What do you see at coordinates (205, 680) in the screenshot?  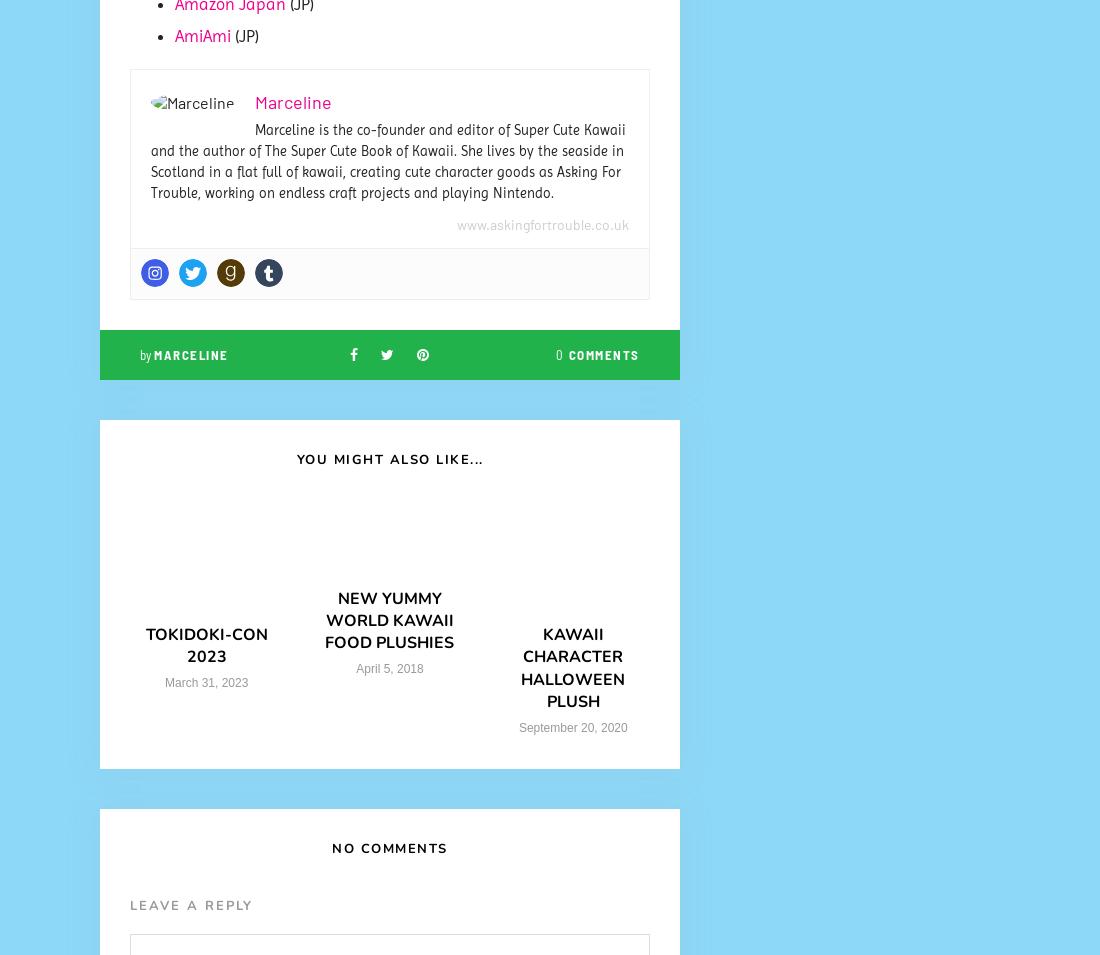 I see `'March 31, 2023'` at bounding box center [205, 680].